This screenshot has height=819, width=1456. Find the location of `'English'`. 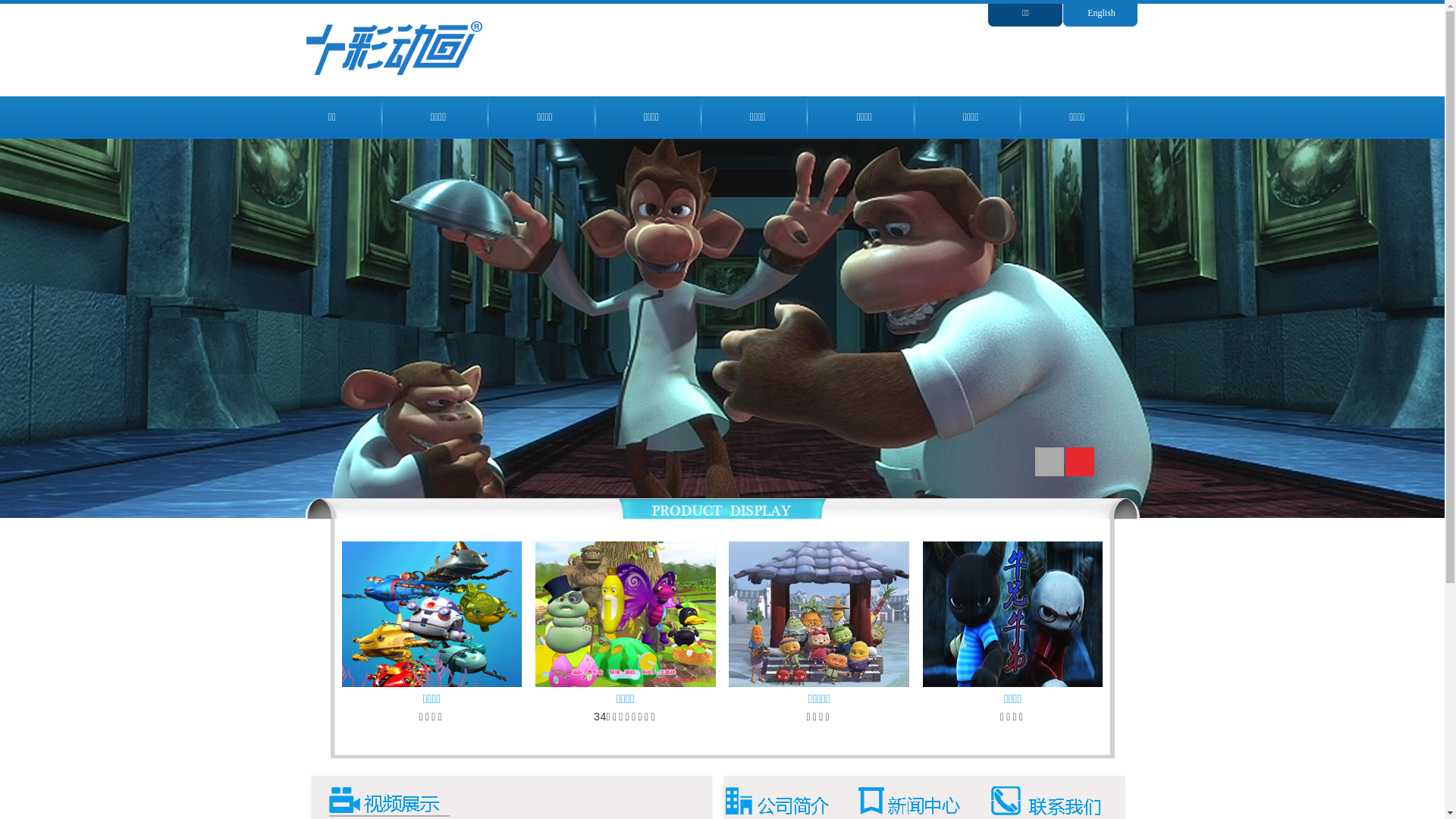

'English' is located at coordinates (1101, 12).